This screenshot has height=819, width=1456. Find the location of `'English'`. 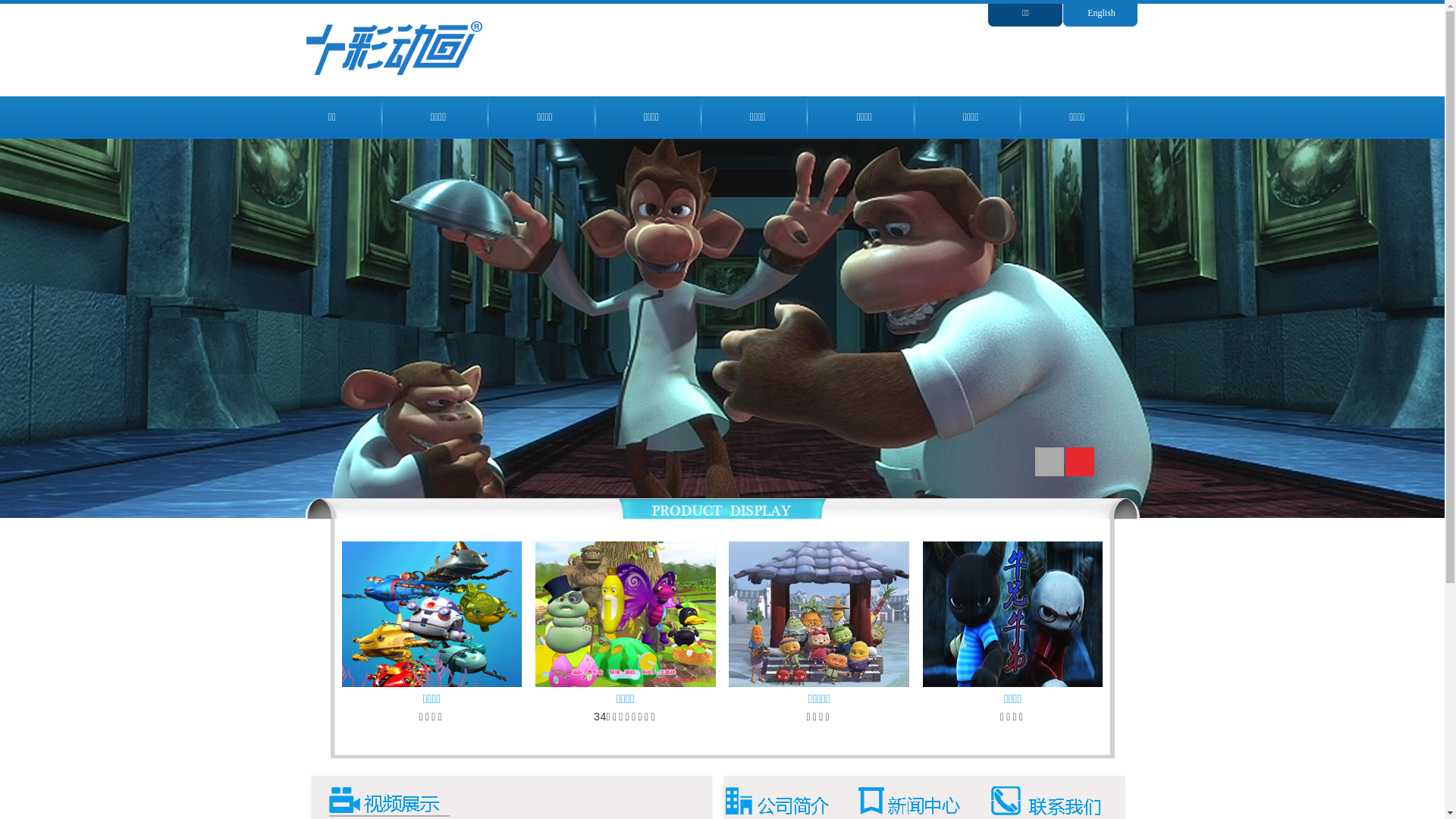

'English' is located at coordinates (1101, 12).